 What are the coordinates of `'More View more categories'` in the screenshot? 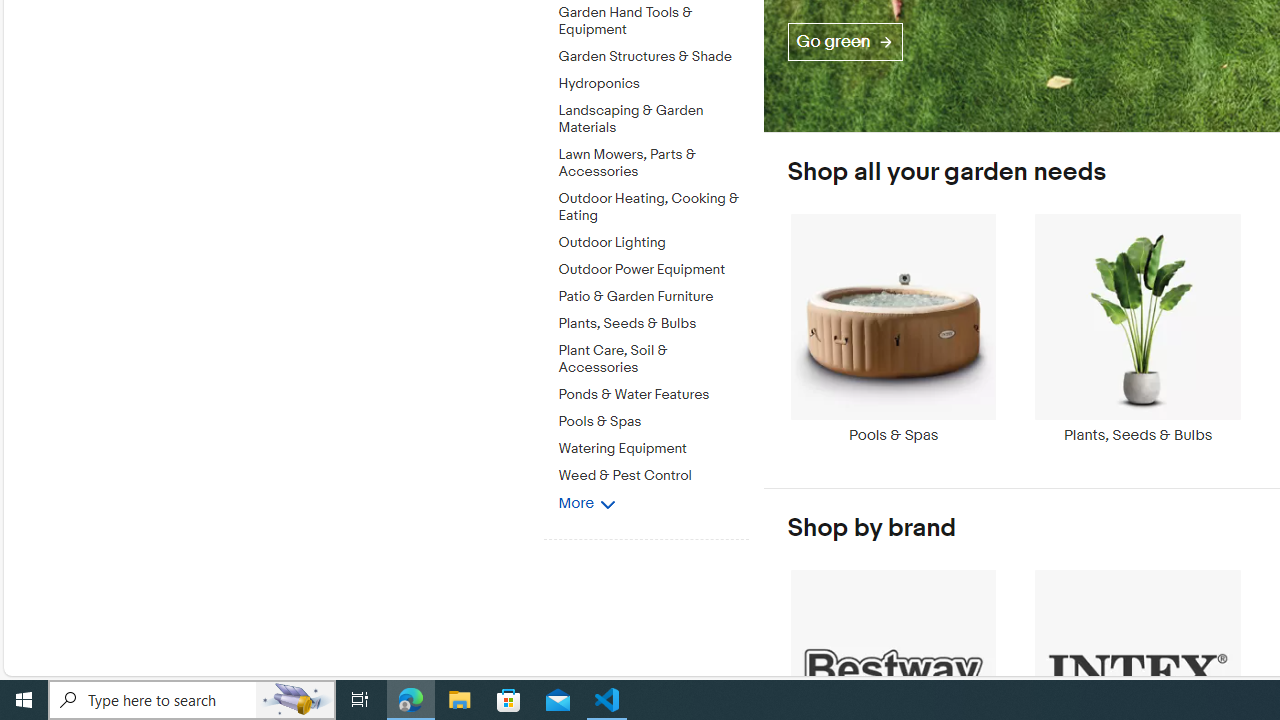 It's located at (585, 502).